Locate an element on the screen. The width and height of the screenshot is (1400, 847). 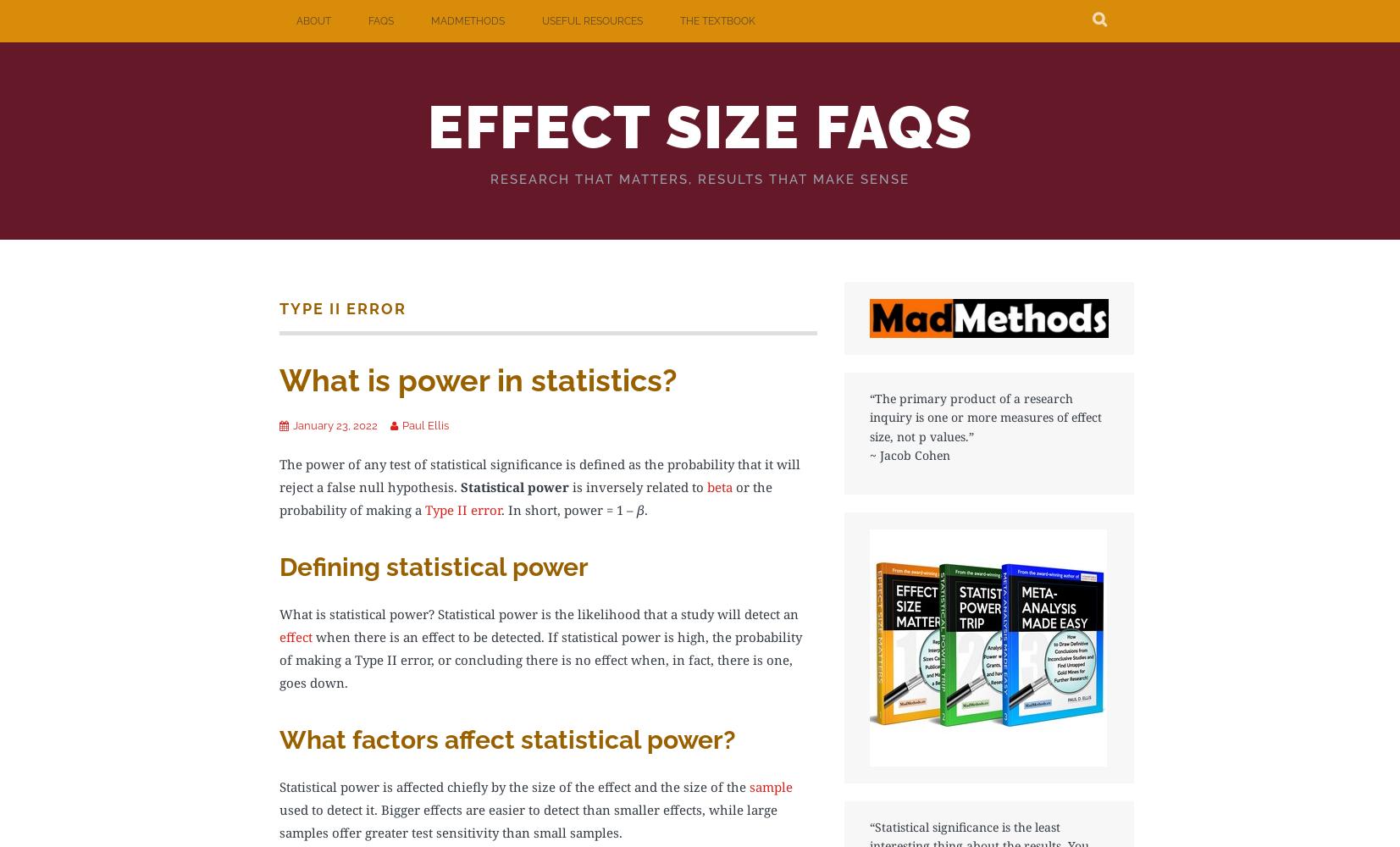
'or the probability of making a' is located at coordinates (524, 496).